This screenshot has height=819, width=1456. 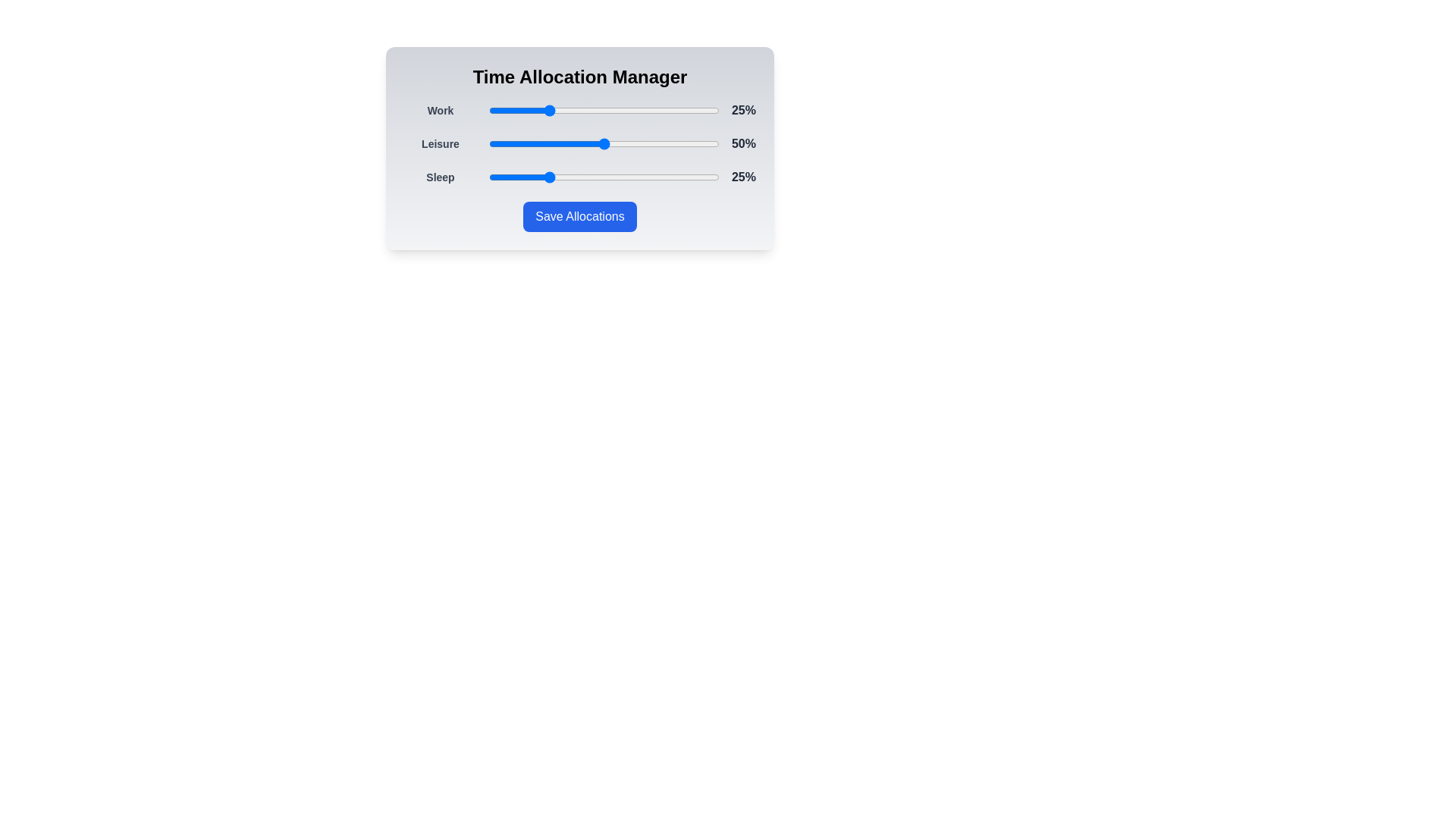 What do you see at coordinates (523, 110) in the screenshot?
I see `the Work slider to 15%` at bounding box center [523, 110].